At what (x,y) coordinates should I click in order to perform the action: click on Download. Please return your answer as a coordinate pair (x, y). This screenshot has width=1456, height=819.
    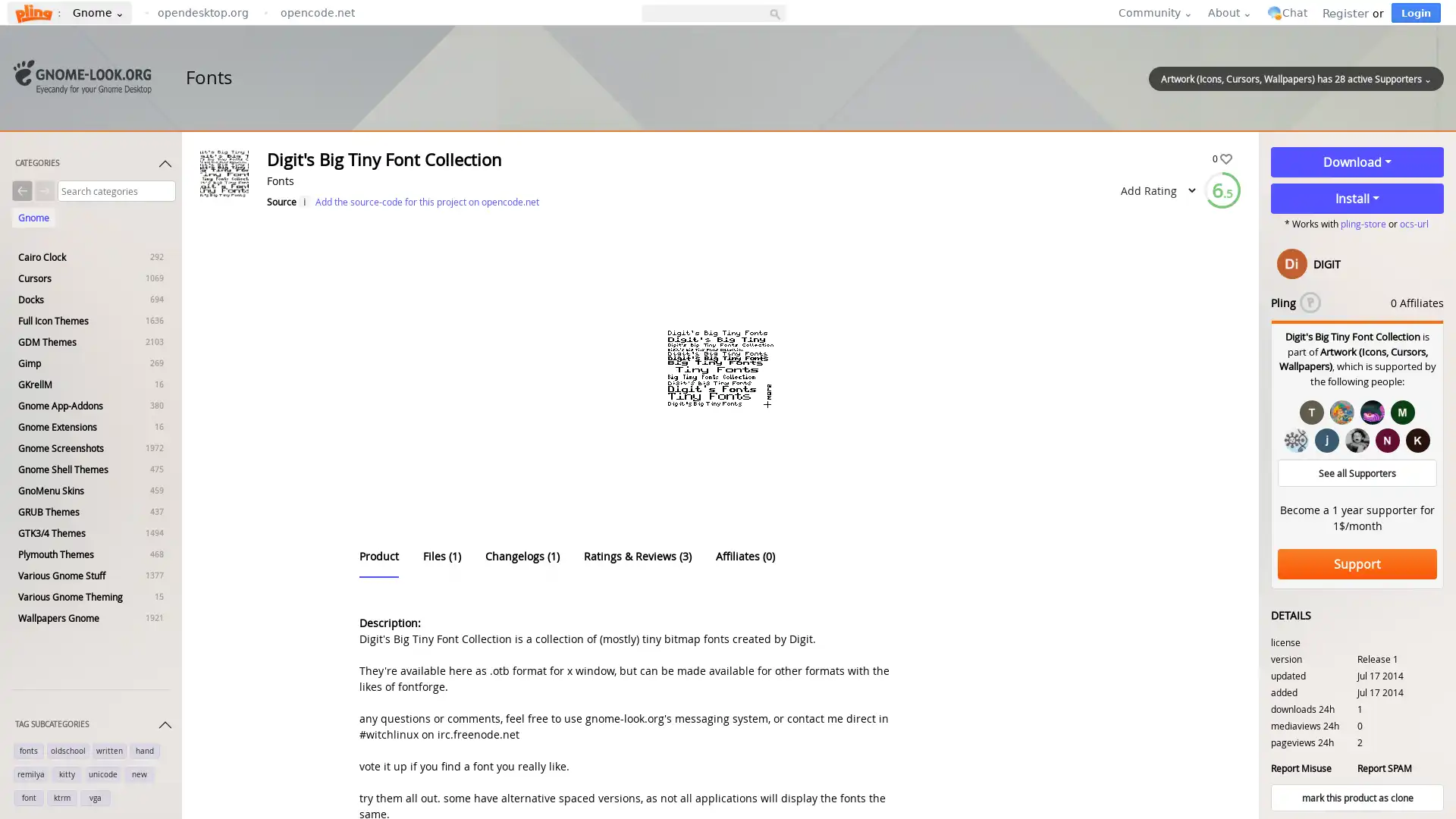
    Looking at the image, I should click on (1357, 162).